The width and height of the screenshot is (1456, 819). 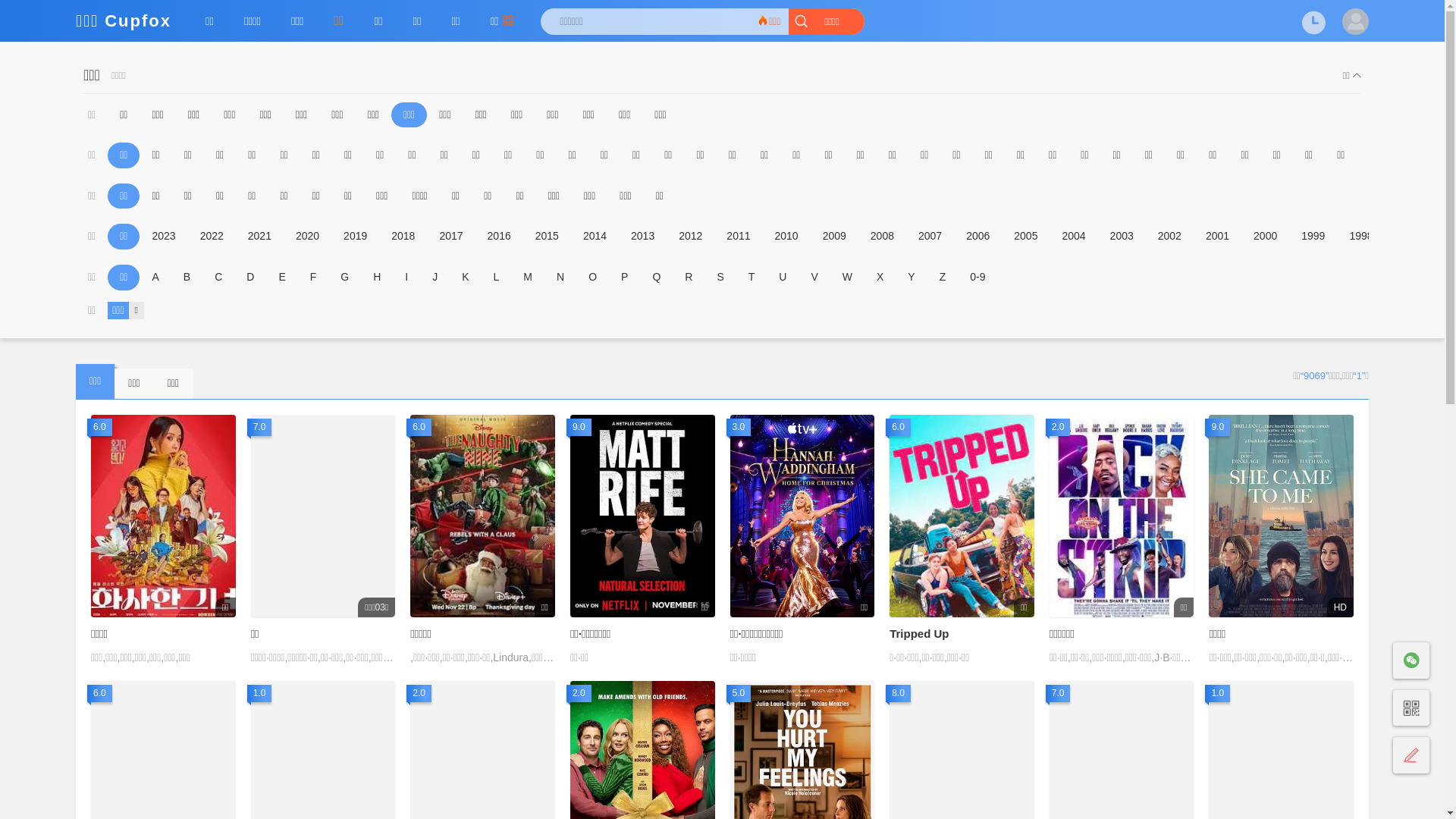 I want to click on '2019', so click(x=354, y=237).